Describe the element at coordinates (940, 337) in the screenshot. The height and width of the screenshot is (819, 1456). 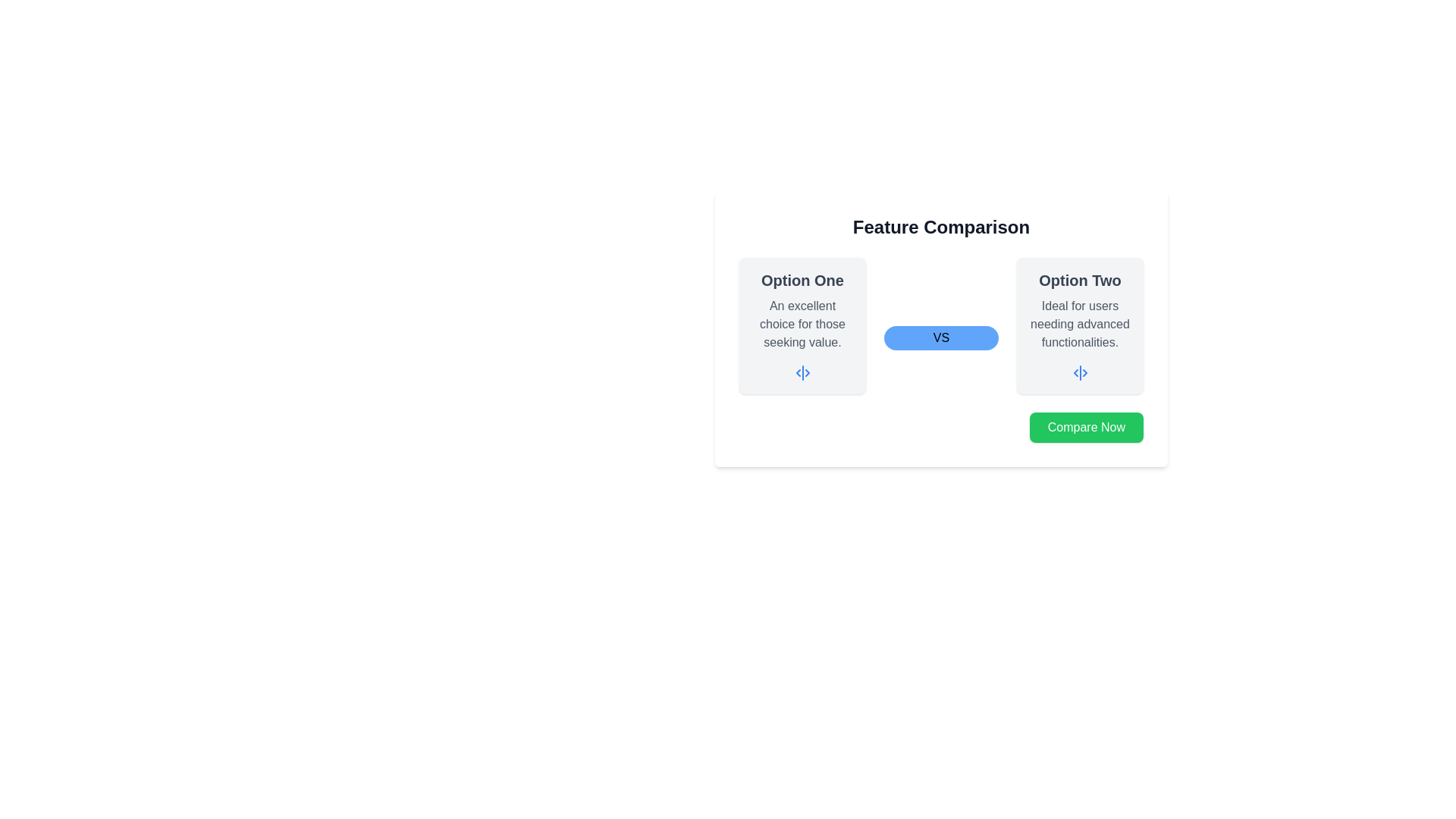
I see `the blue rounded rectangle label containing the text 'VS', which is located near the center of the layout between 'Option One' and 'Option Two', directly below the heading 'Feature Comparison'` at that location.